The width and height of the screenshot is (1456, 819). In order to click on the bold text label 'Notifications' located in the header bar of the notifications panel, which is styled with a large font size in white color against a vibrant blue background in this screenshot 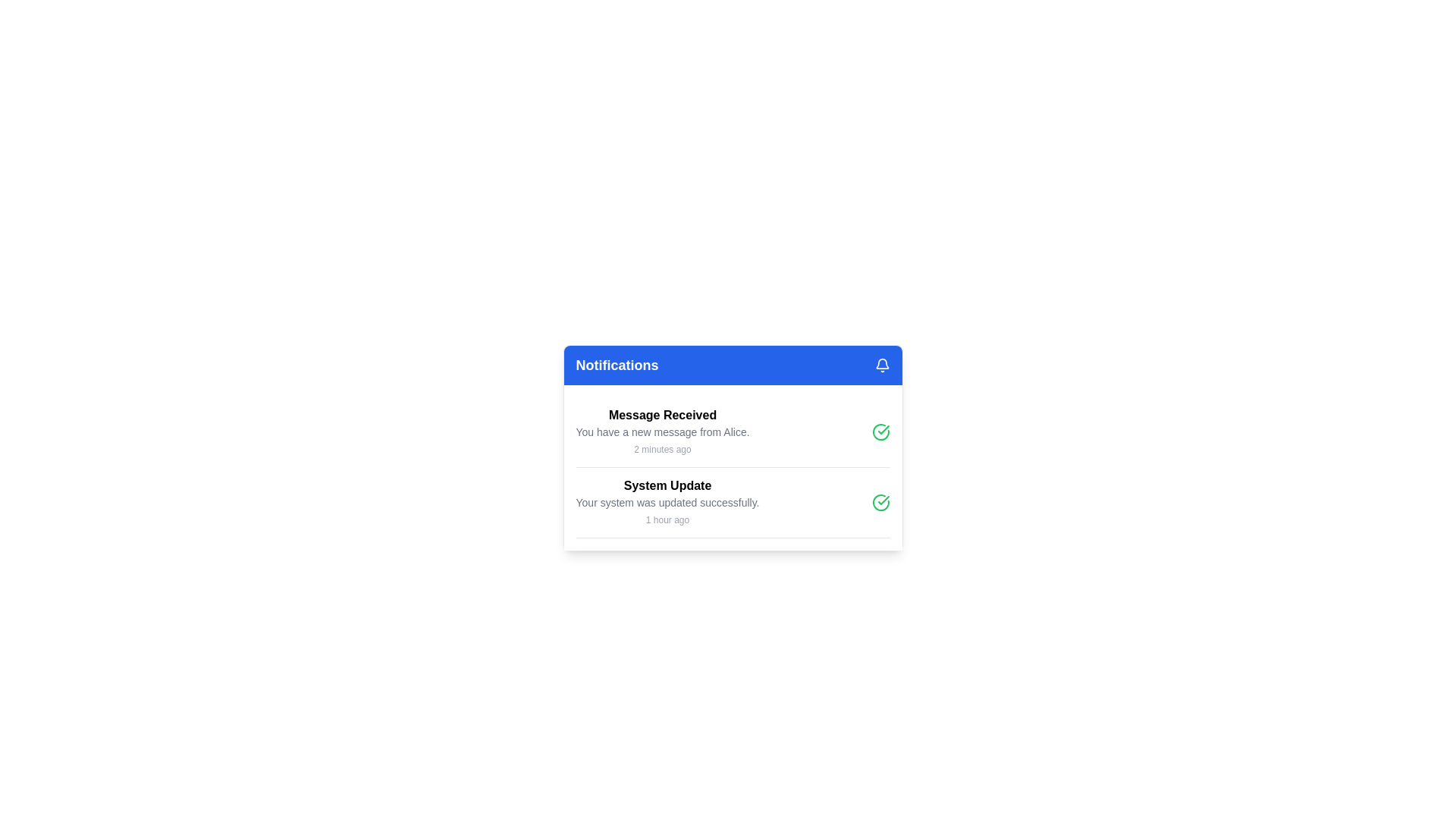, I will do `click(617, 366)`.